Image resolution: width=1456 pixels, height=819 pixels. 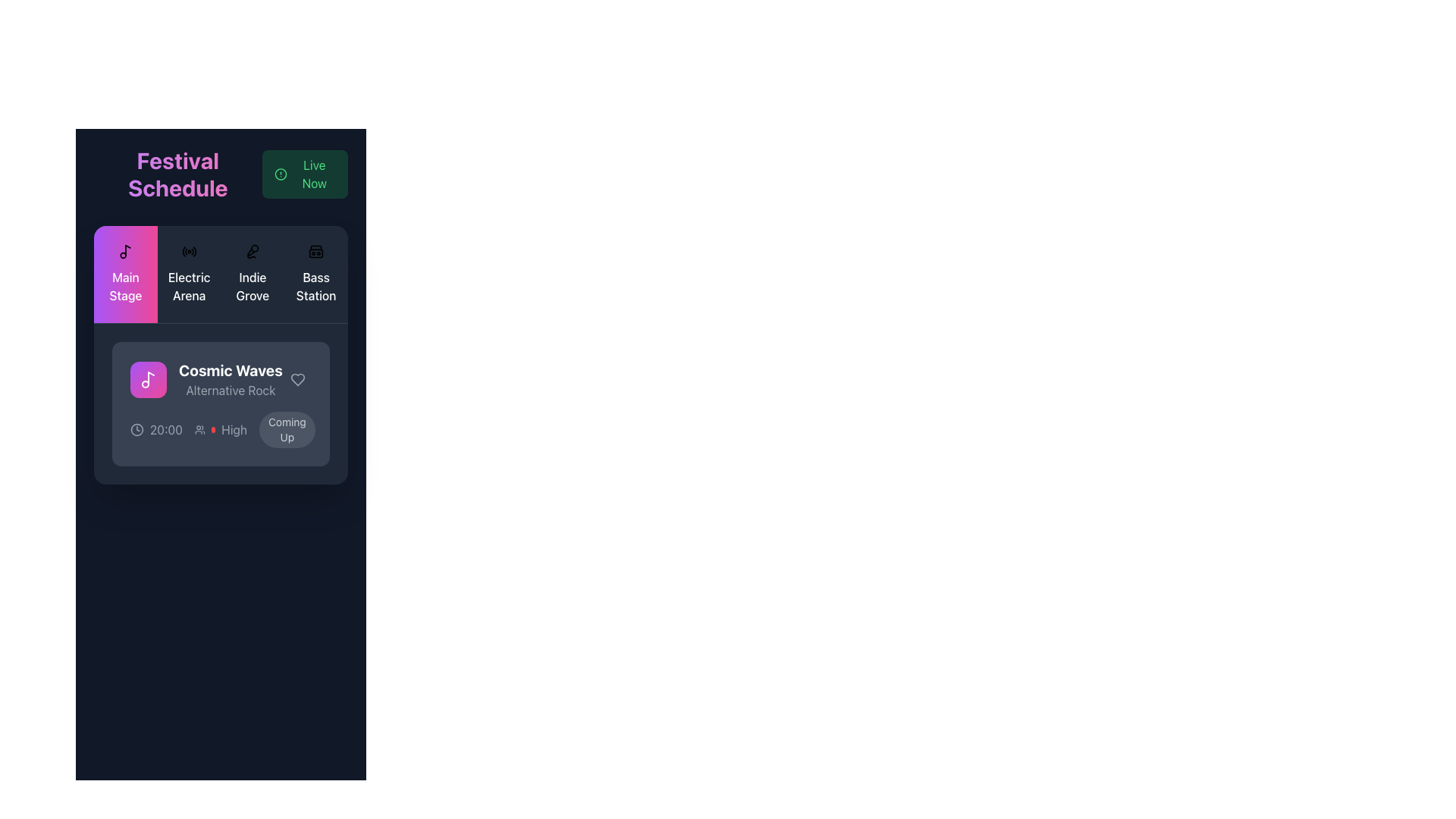 What do you see at coordinates (298, 379) in the screenshot?
I see `the heart-shaped button icon with an outlined design in gray, located at the far right of the card displaying 'Cosmic Waves' and 'Alternative Rock', to observe the hover effect` at bounding box center [298, 379].